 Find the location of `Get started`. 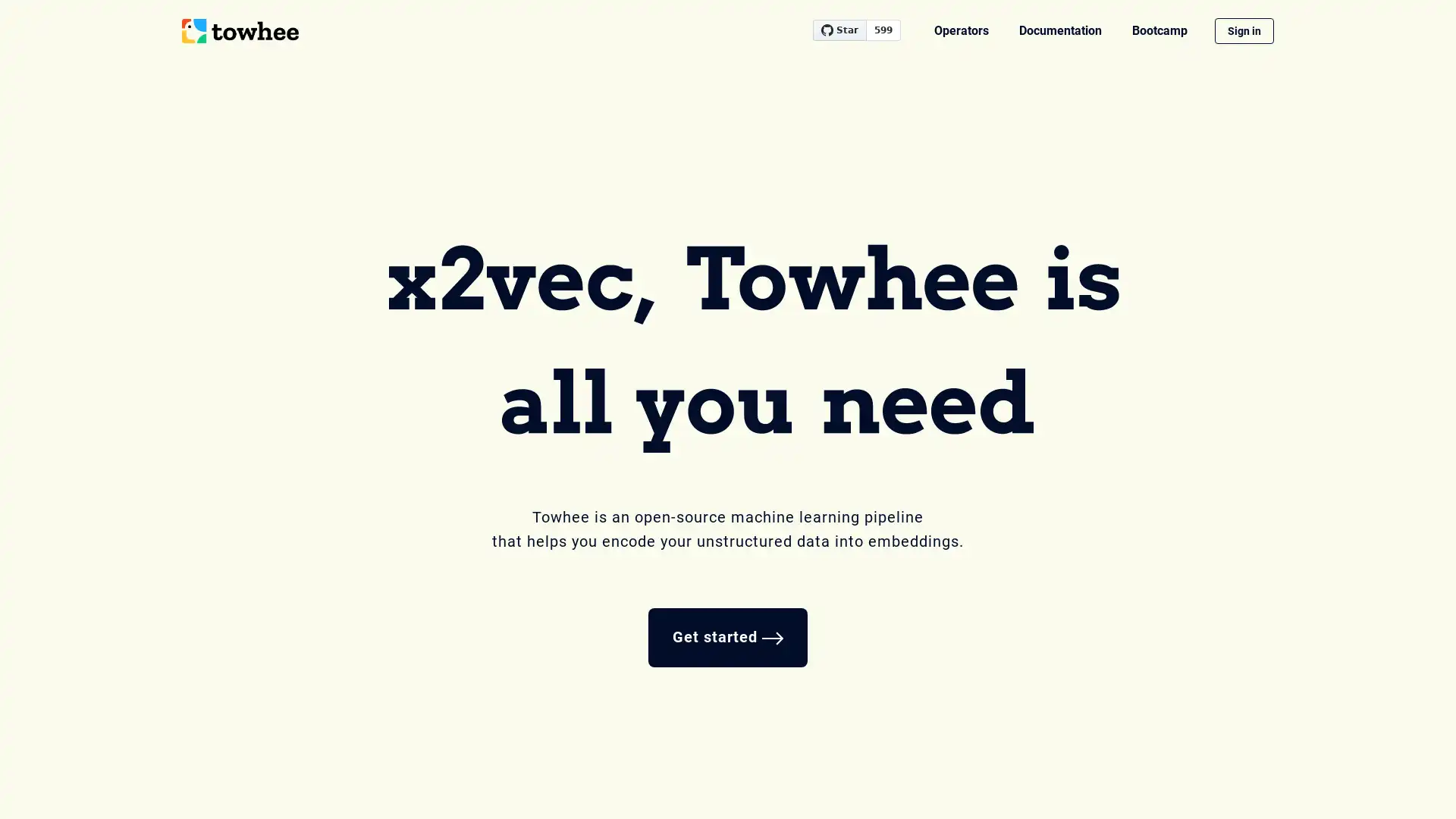

Get started is located at coordinates (728, 637).